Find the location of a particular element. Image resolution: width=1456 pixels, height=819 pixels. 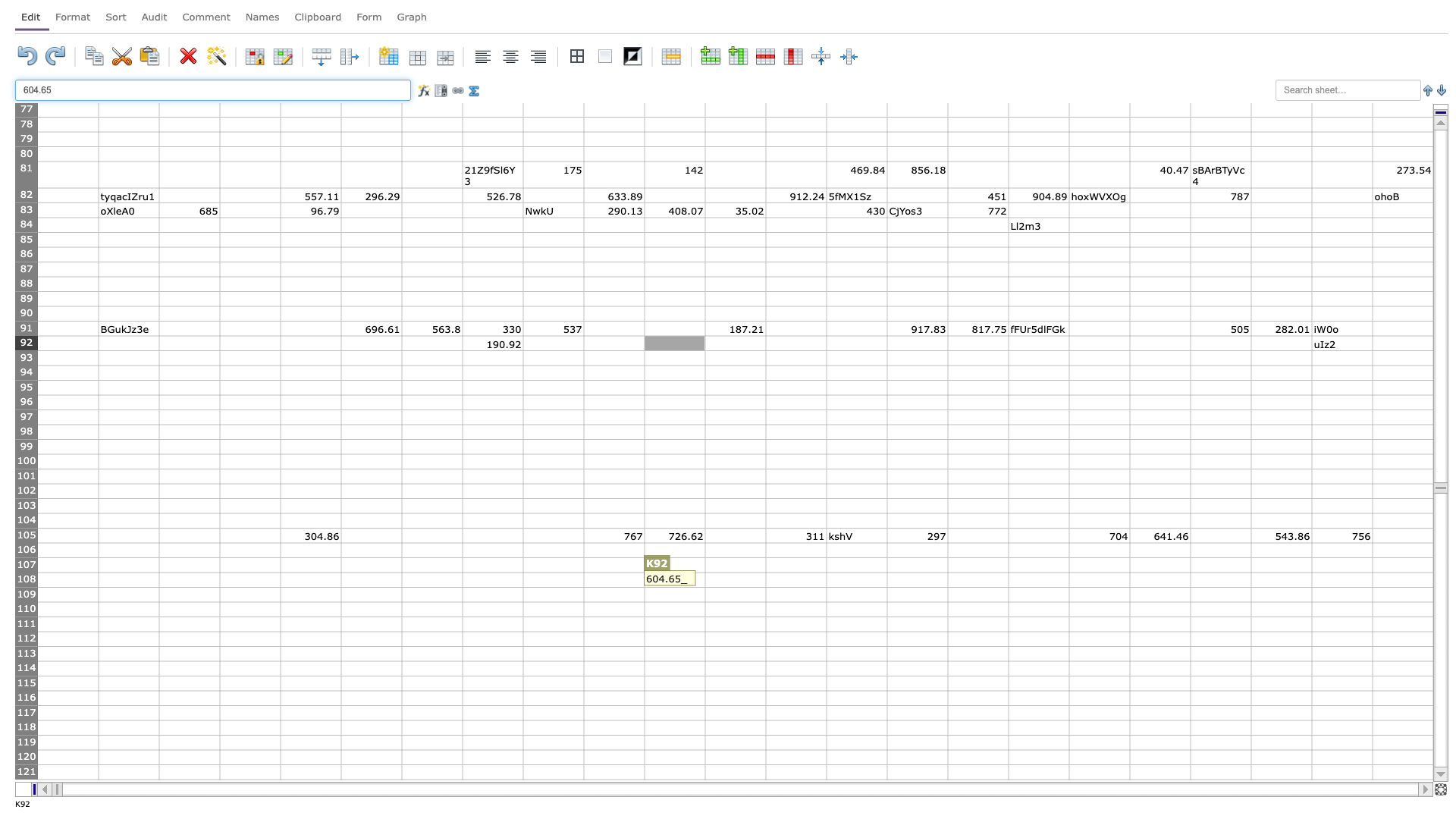

right edge at column L row 108 is located at coordinates (765, 579).